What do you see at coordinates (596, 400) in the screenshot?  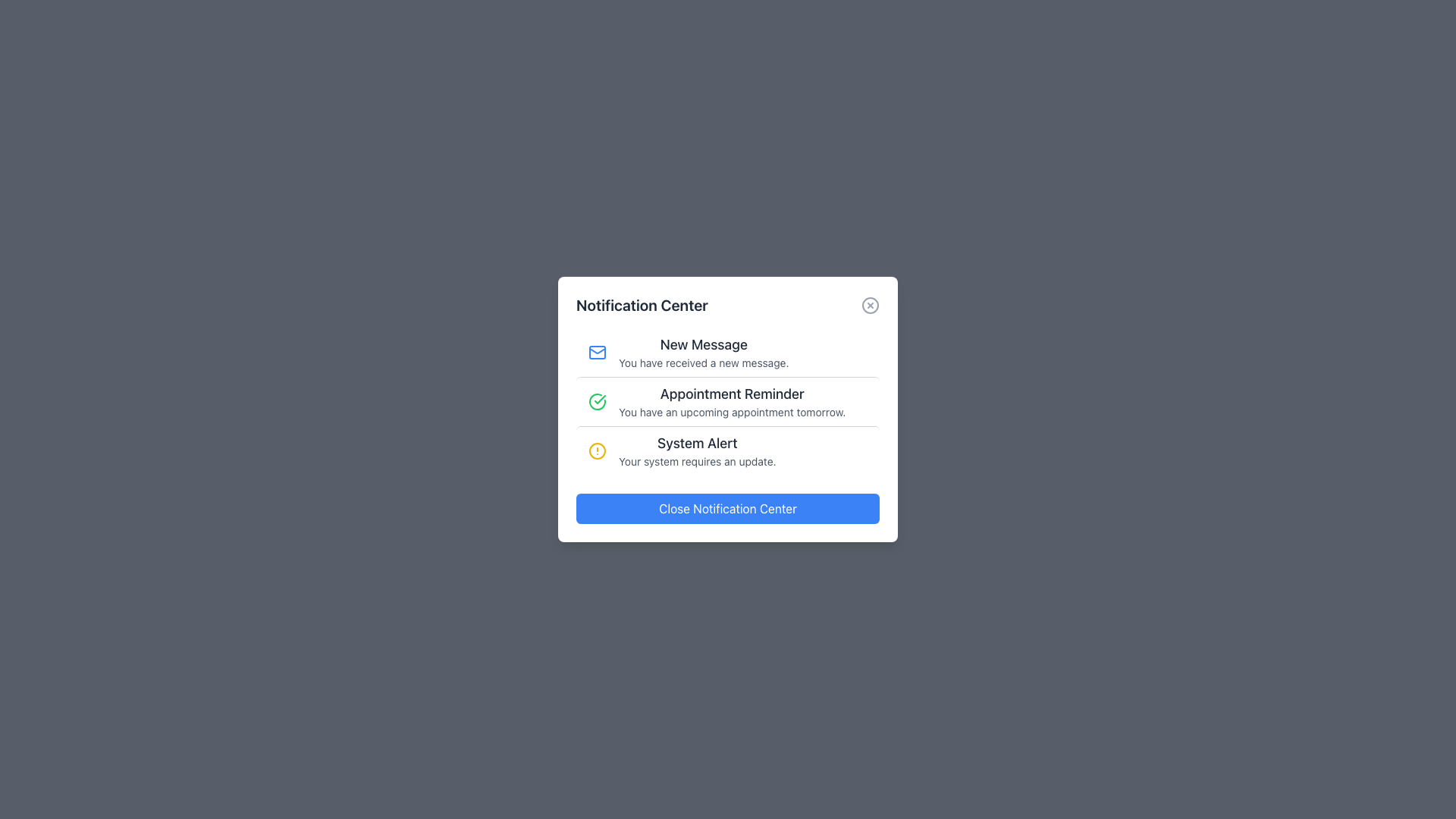 I see `the confirmation indicator icon for the 'Appointment Reminder' located in the notification center dialog` at bounding box center [596, 400].